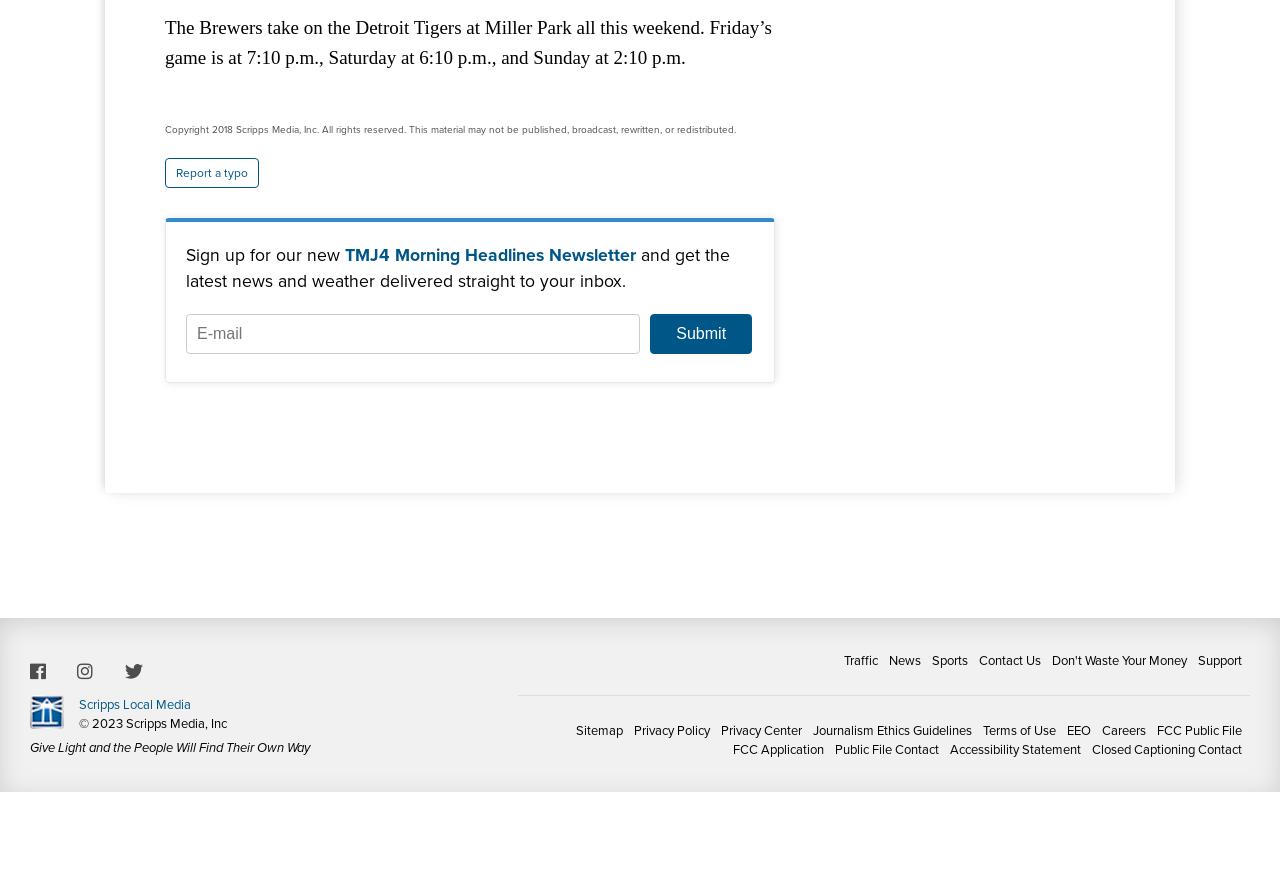  What do you see at coordinates (1118, 658) in the screenshot?
I see `'Don't Waste Your Money'` at bounding box center [1118, 658].